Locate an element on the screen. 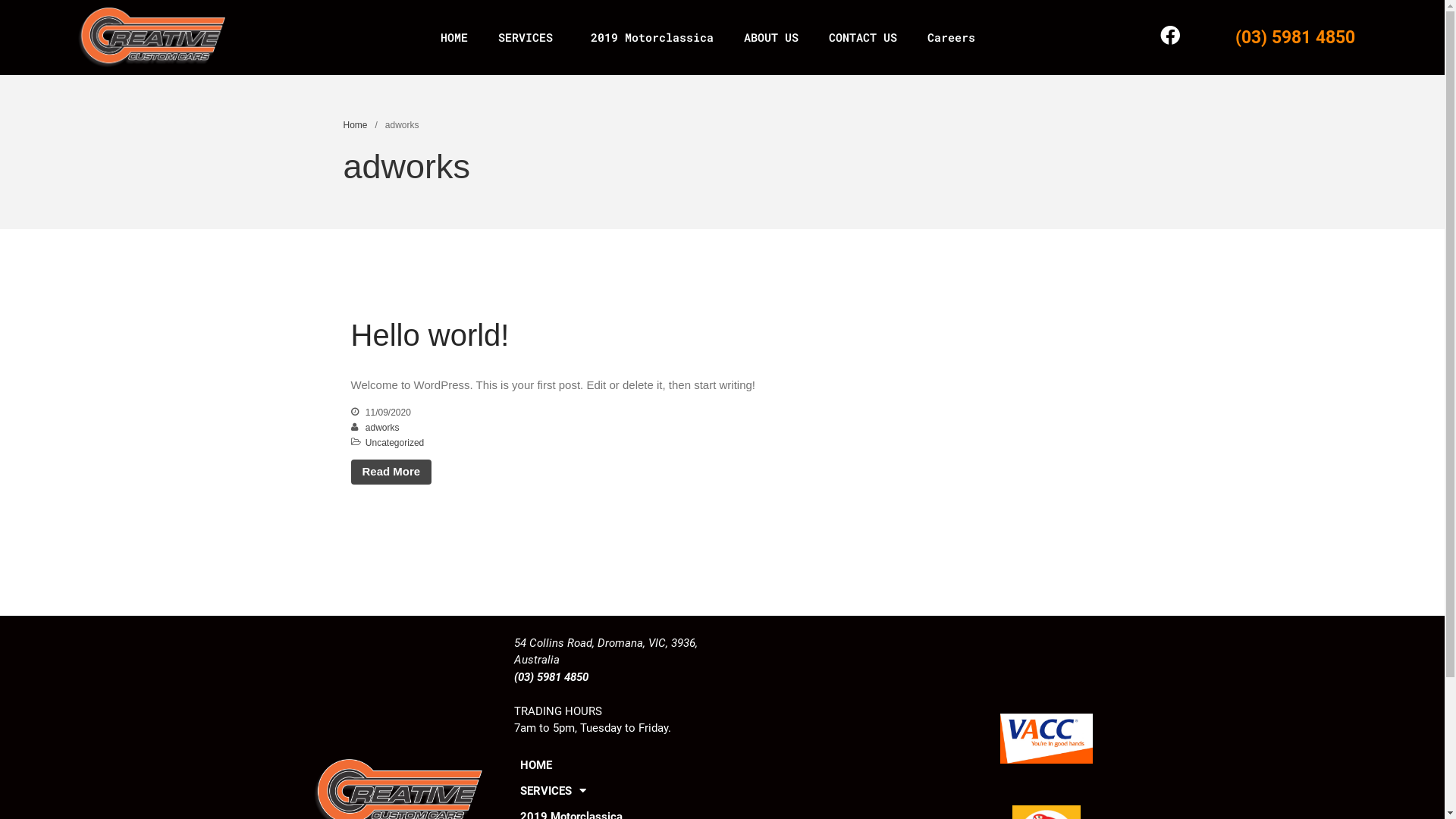 This screenshot has height=819, width=1456. 'Read More' is located at coordinates (391, 471).